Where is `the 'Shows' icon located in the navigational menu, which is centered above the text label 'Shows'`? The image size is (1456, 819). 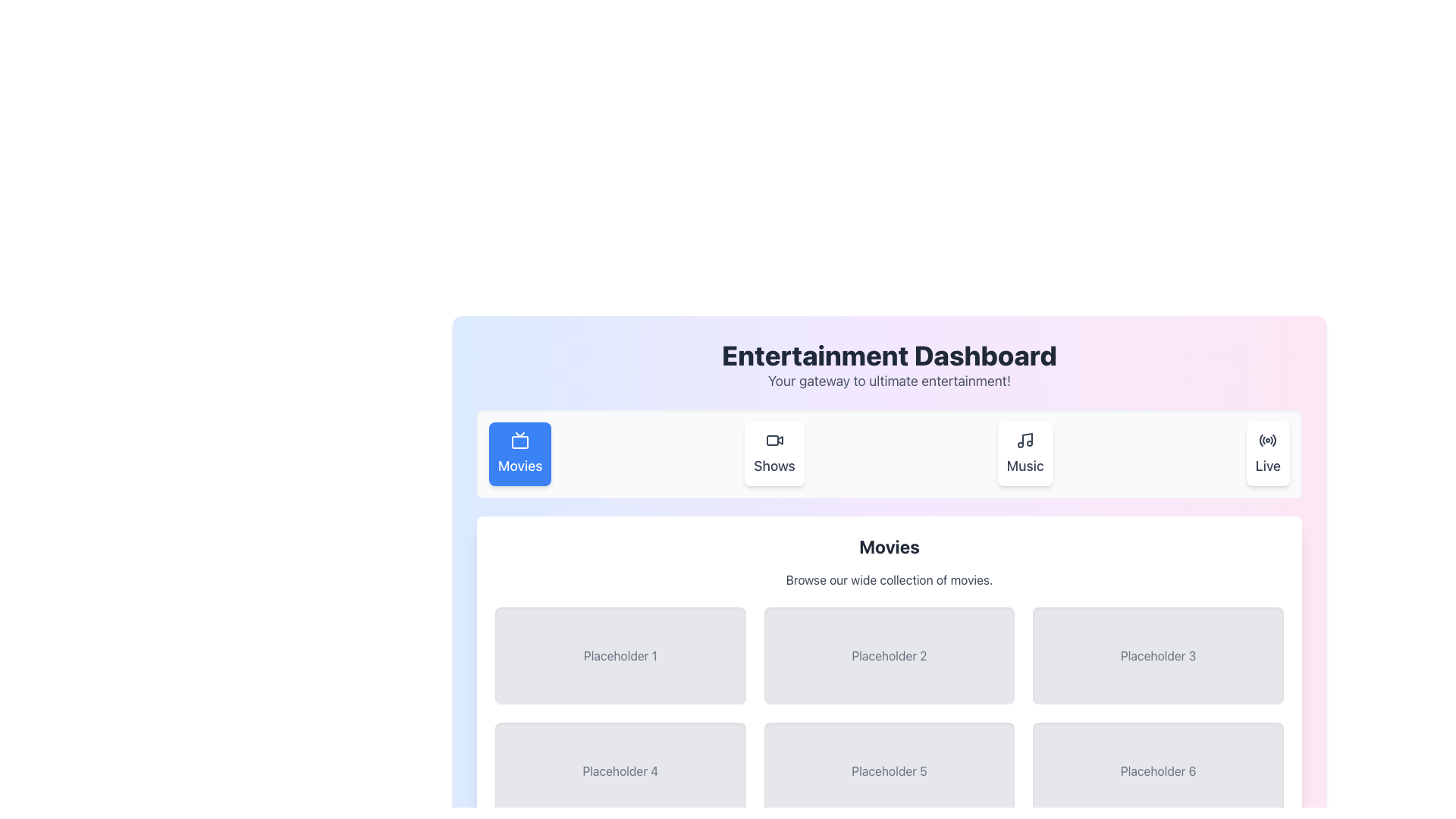 the 'Shows' icon located in the navigational menu, which is centered above the text label 'Shows' is located at coordinates (774, 441).